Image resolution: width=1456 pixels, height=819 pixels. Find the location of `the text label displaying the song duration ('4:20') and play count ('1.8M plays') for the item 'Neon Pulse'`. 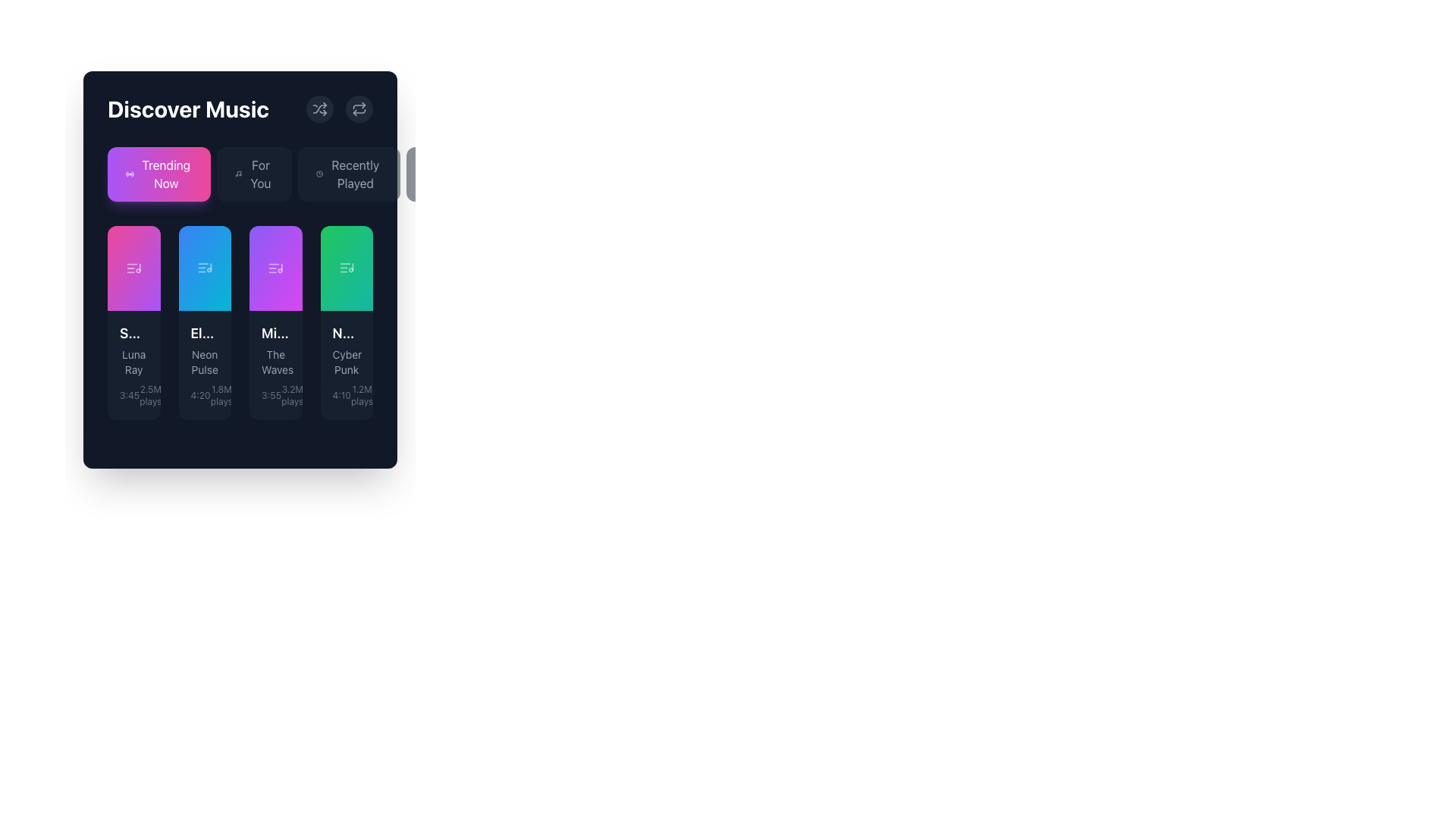

the text label displaying the song duration ('4:20') and play count ('1.8M plays') for the item 'Neon Pulse' is located at coordinates (204, 394).